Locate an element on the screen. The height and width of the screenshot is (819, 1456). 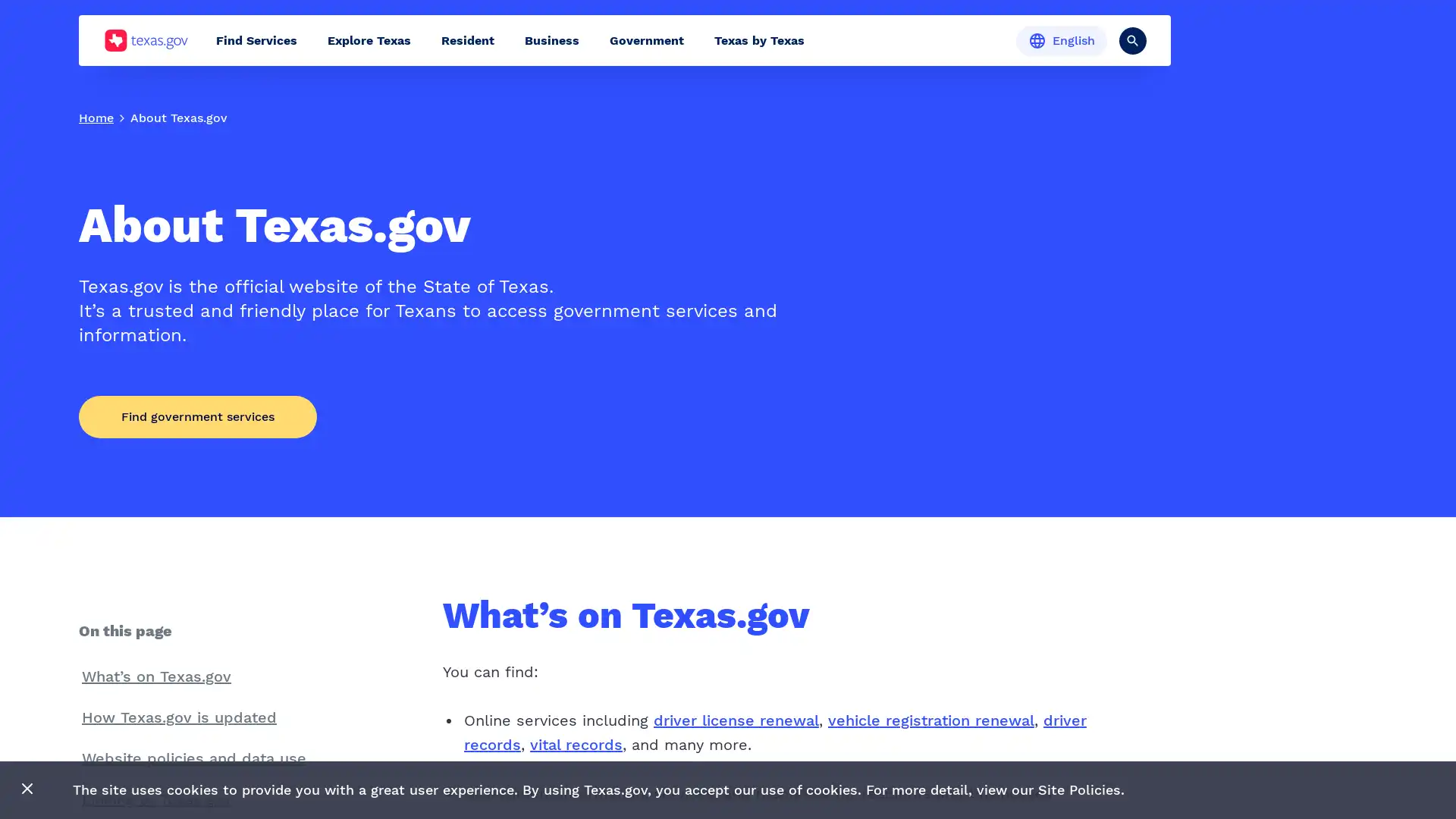
Resident is located at coordinates (467, 39).